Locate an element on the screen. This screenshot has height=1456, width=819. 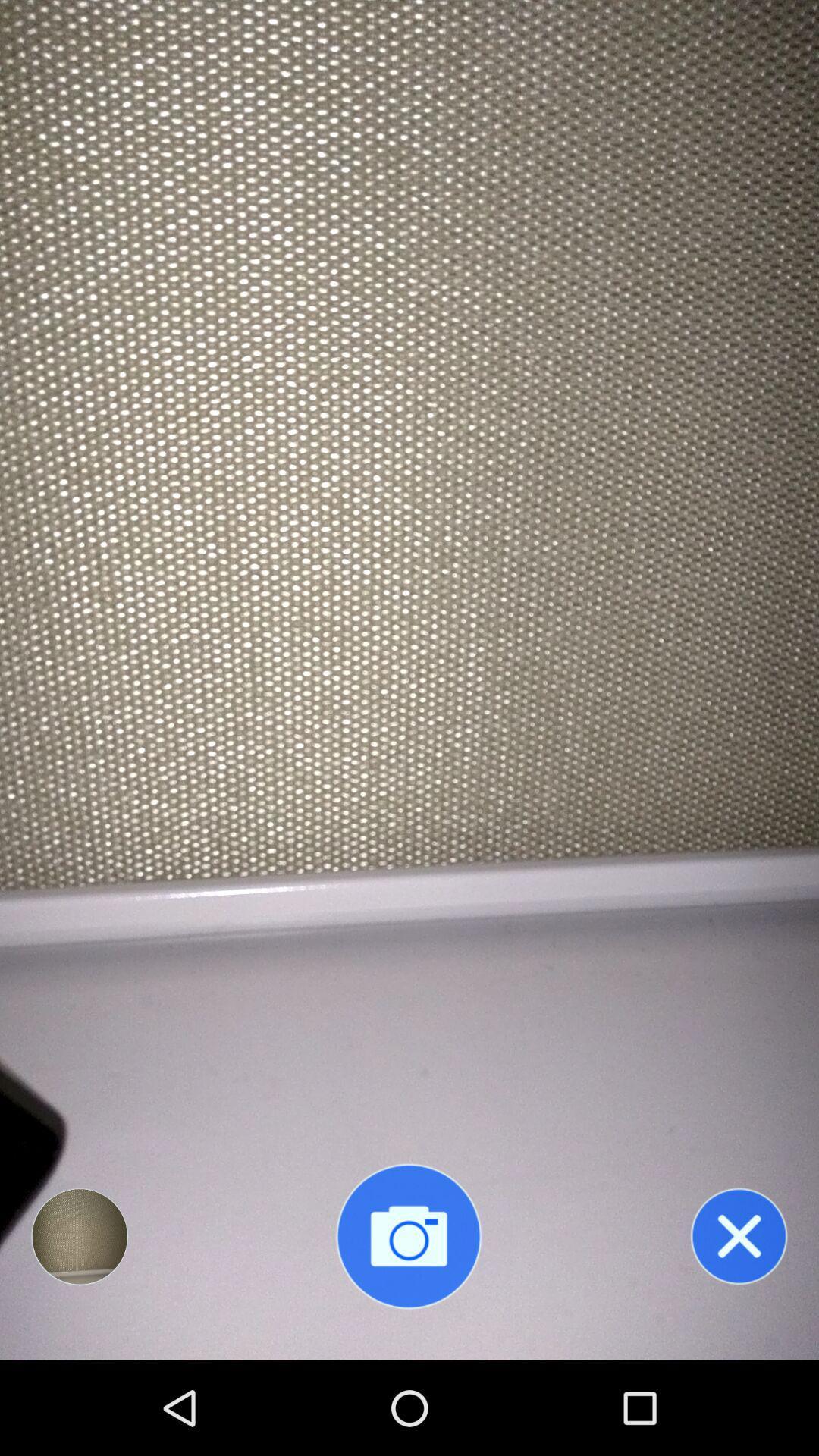
close is located at coordinates (738, 1236).